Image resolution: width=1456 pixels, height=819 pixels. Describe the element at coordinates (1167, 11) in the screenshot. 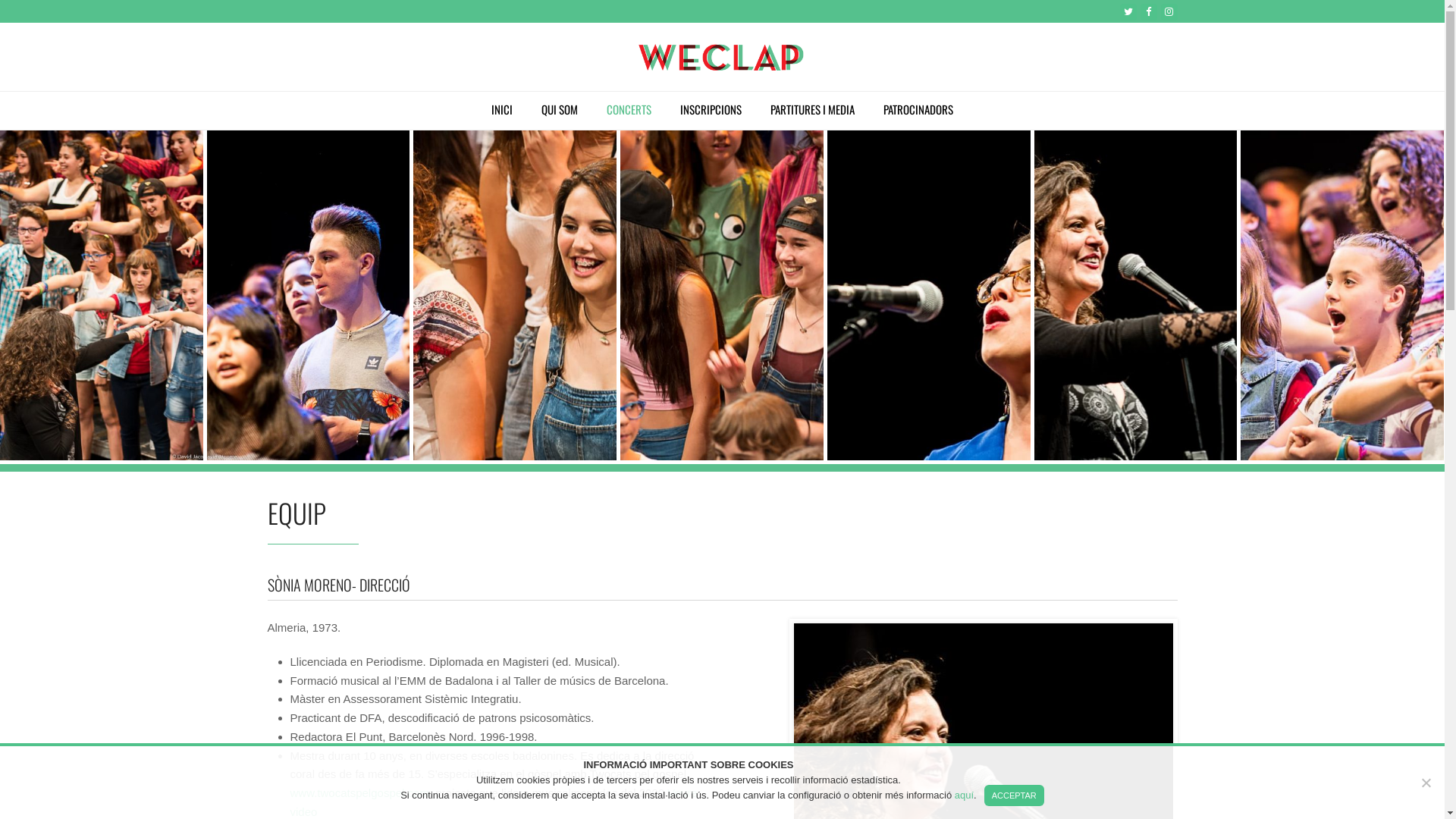

I see `'Instagram'` at that location.